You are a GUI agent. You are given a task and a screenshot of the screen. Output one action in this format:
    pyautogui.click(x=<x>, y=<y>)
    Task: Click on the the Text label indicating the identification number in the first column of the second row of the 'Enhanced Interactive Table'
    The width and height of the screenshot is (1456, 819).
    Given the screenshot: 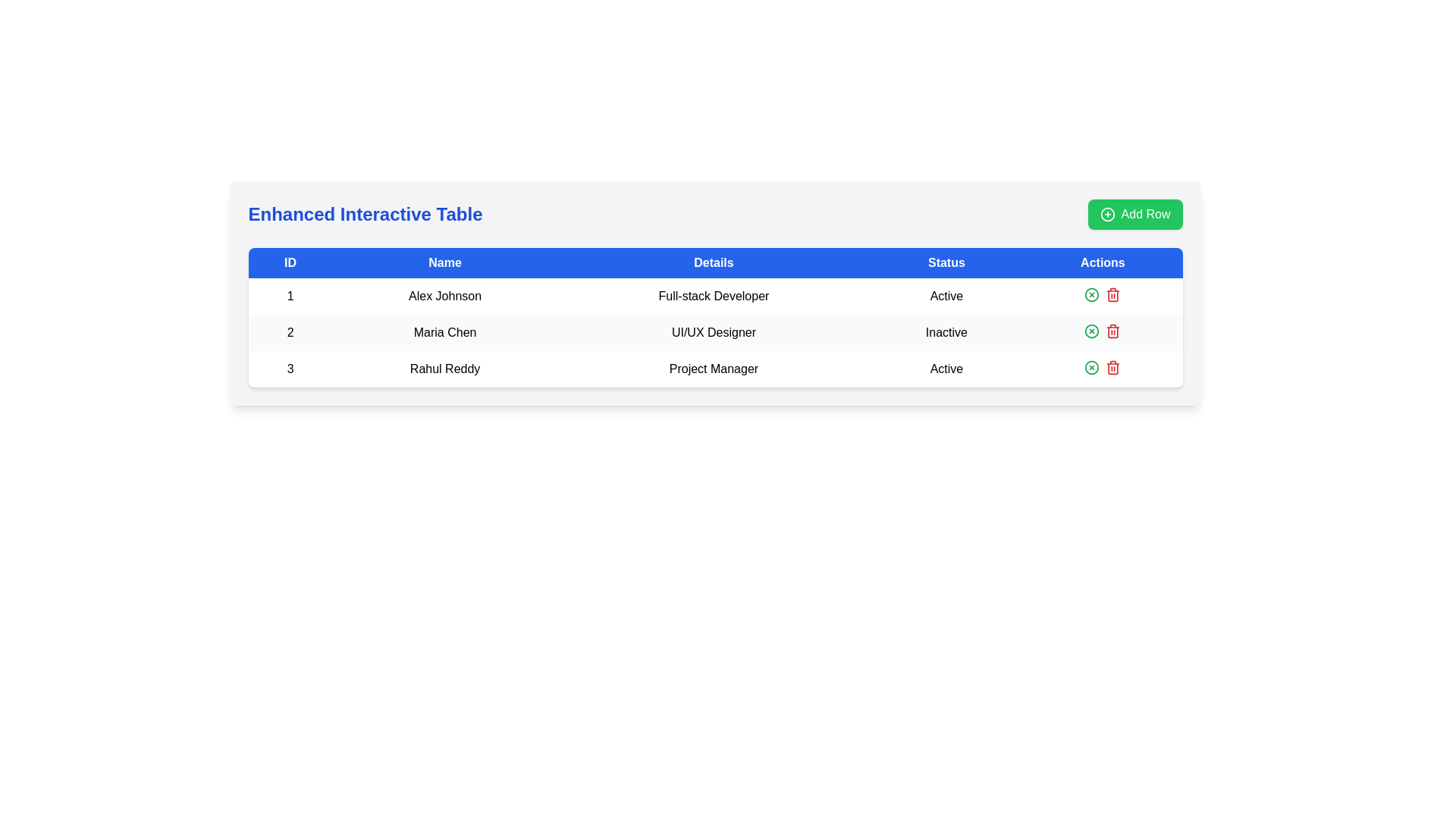 What is the action you would take?
    pyautogui.click(x=290, y=332)
    